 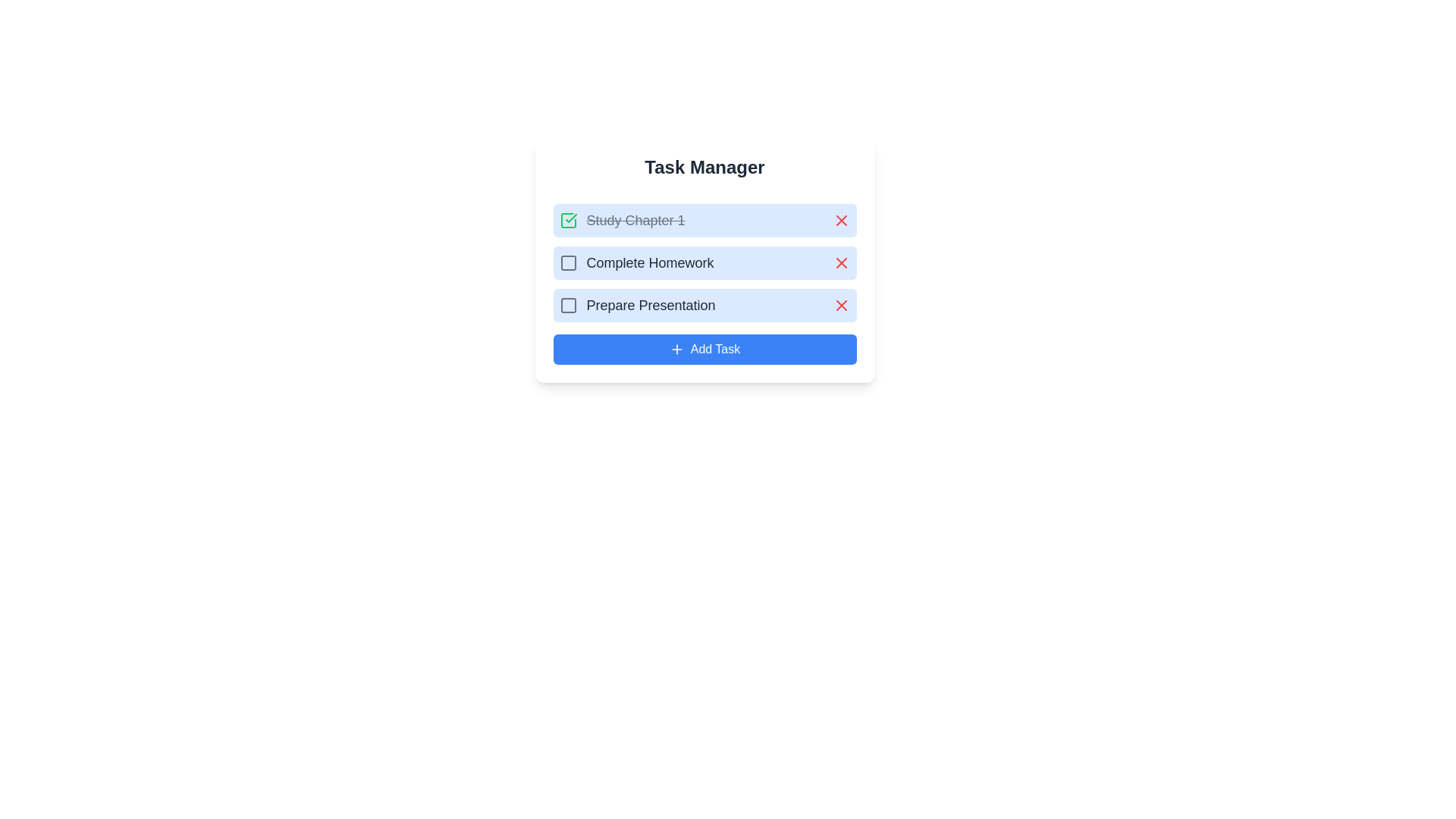 What do you see at coordinates (567, 305) in the screenshot?
I see `the interactive checkbox for the task 'Prepare Presentation'` at bounding box center [567, 305].